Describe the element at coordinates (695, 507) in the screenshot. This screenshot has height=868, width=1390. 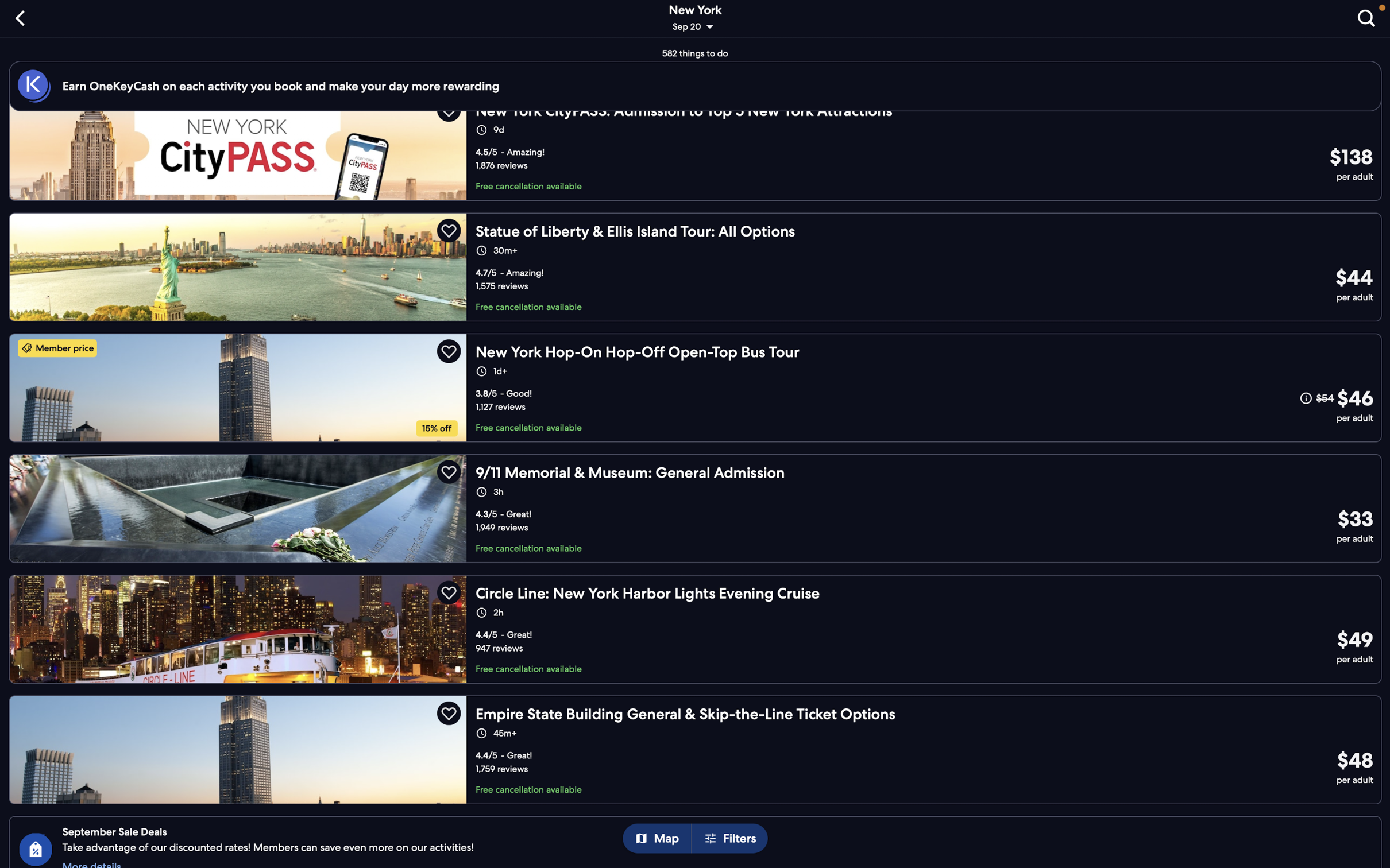
I see `the "memorial tour" button to acquire more information` at that location.